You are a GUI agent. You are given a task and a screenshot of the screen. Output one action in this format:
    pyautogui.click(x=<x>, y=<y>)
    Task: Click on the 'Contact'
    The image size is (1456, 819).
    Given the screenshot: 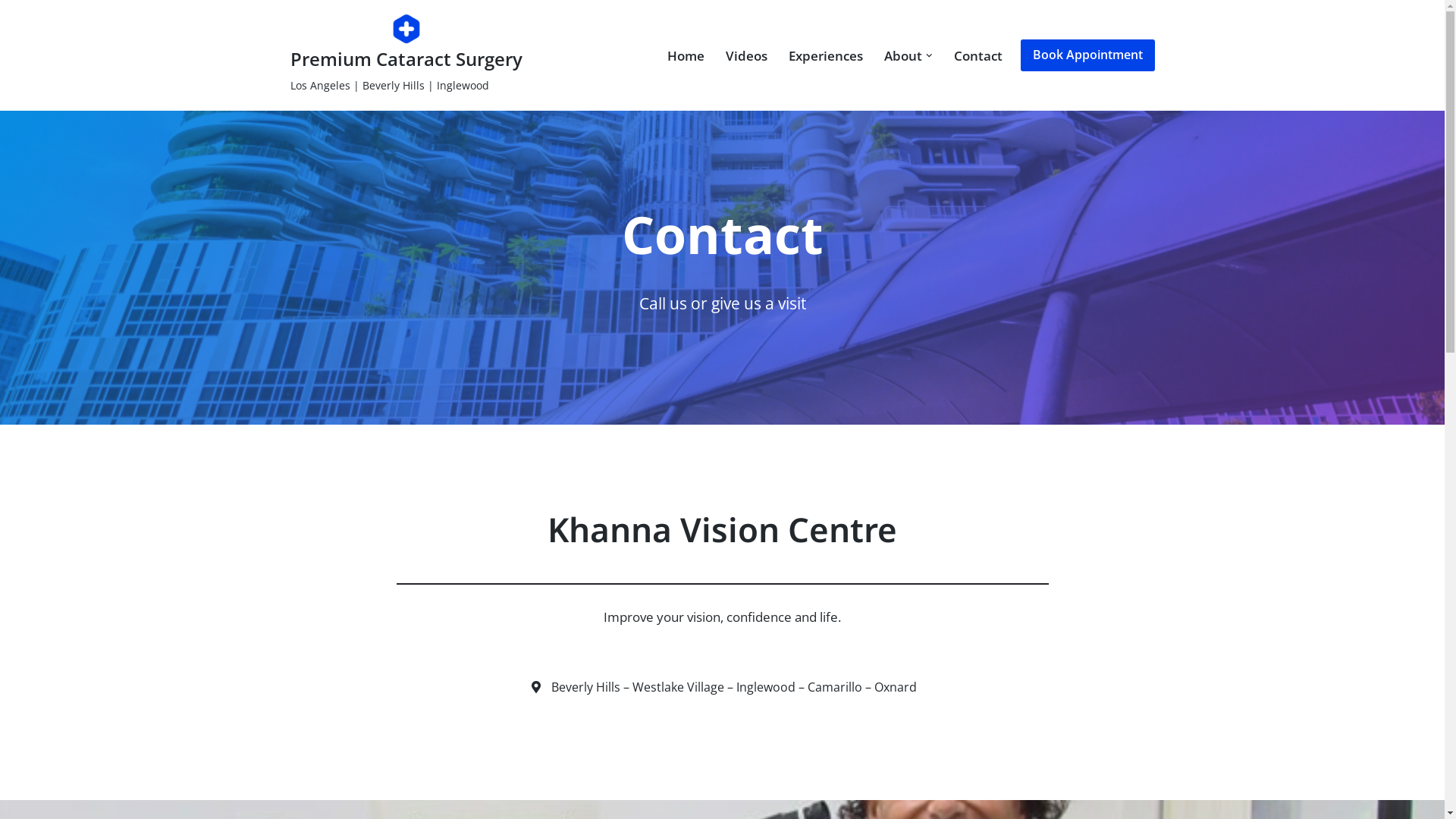 What is the action you would take?
    pyautogui.click(x=952, y=55)
    